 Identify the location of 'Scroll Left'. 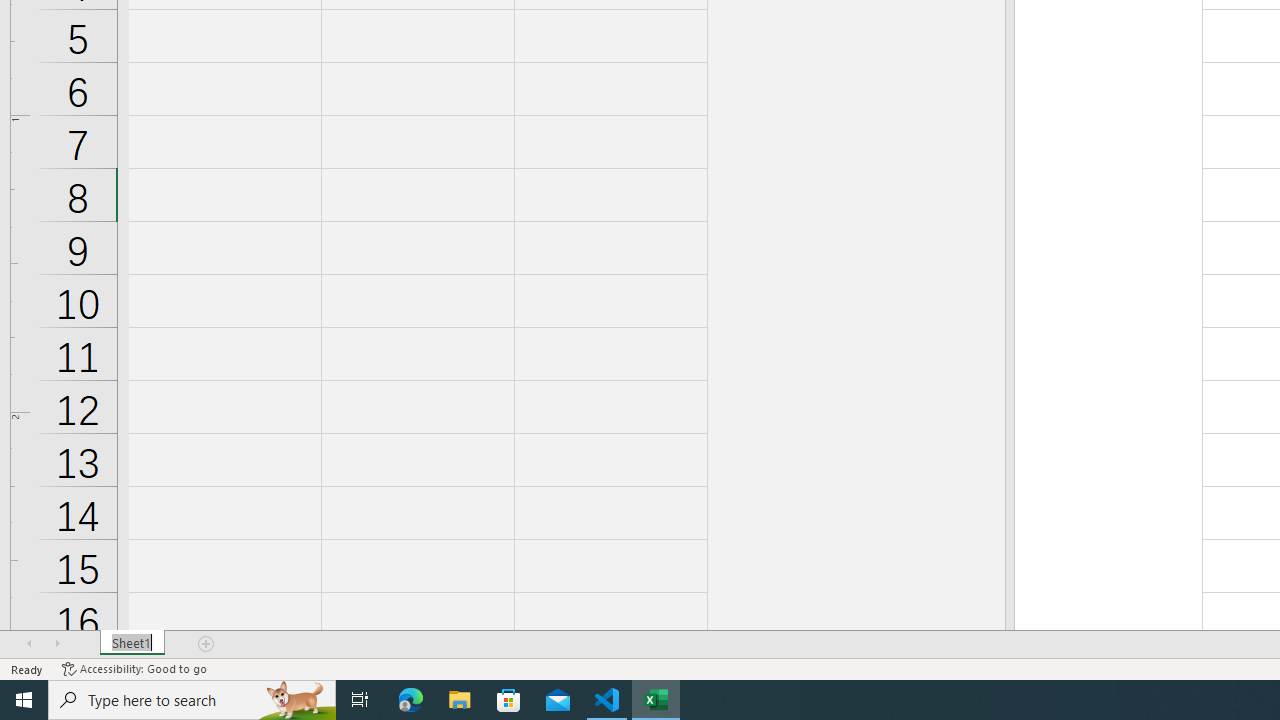
(29, 644).